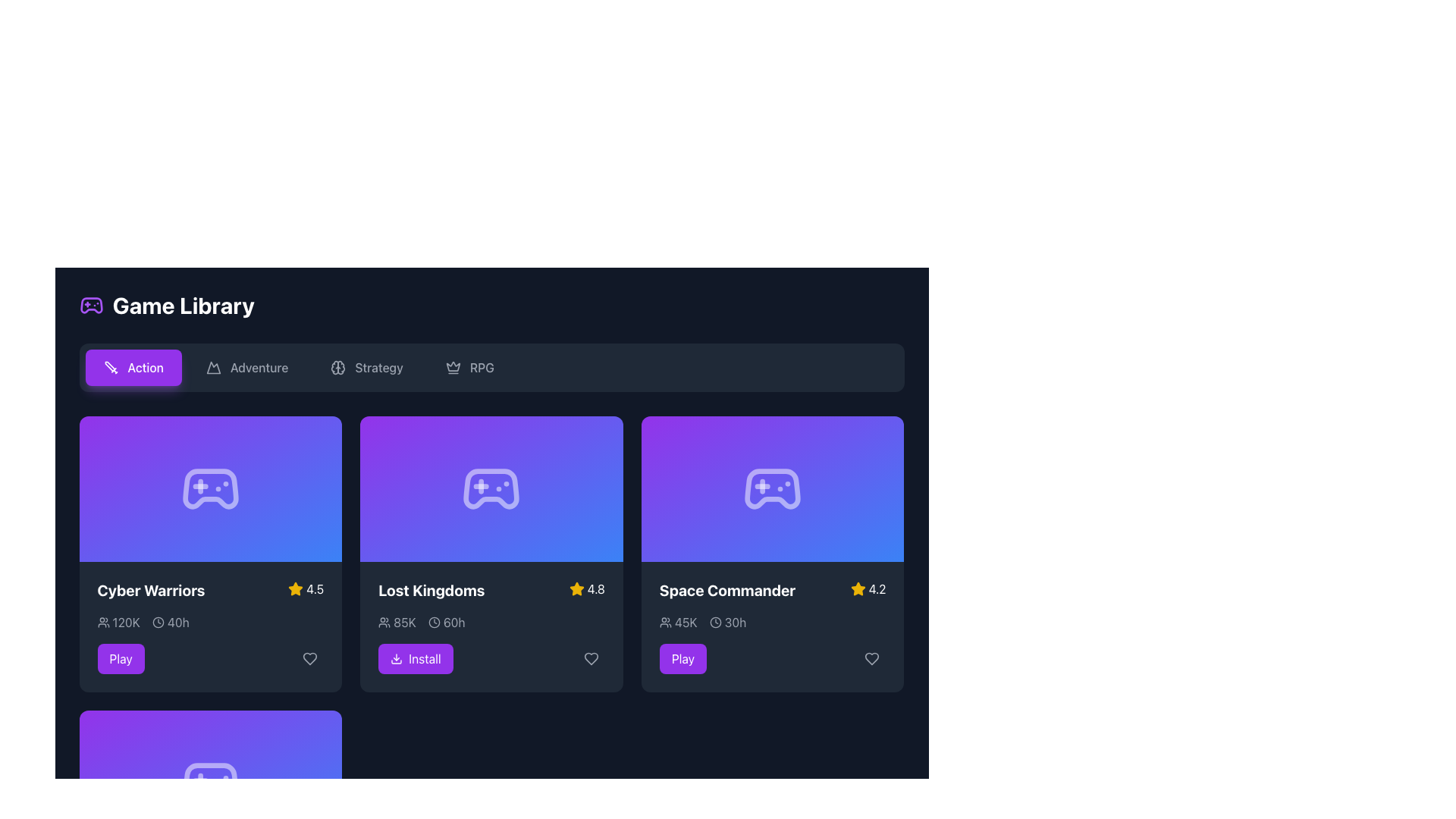  Describe the element at coordinates (404, 623) in the screenshot. I see `the text label displaying '85K' which indicates user or player count, located next to a user icon in the lower section of the 'Lost Kingdoms' game card` at that location.